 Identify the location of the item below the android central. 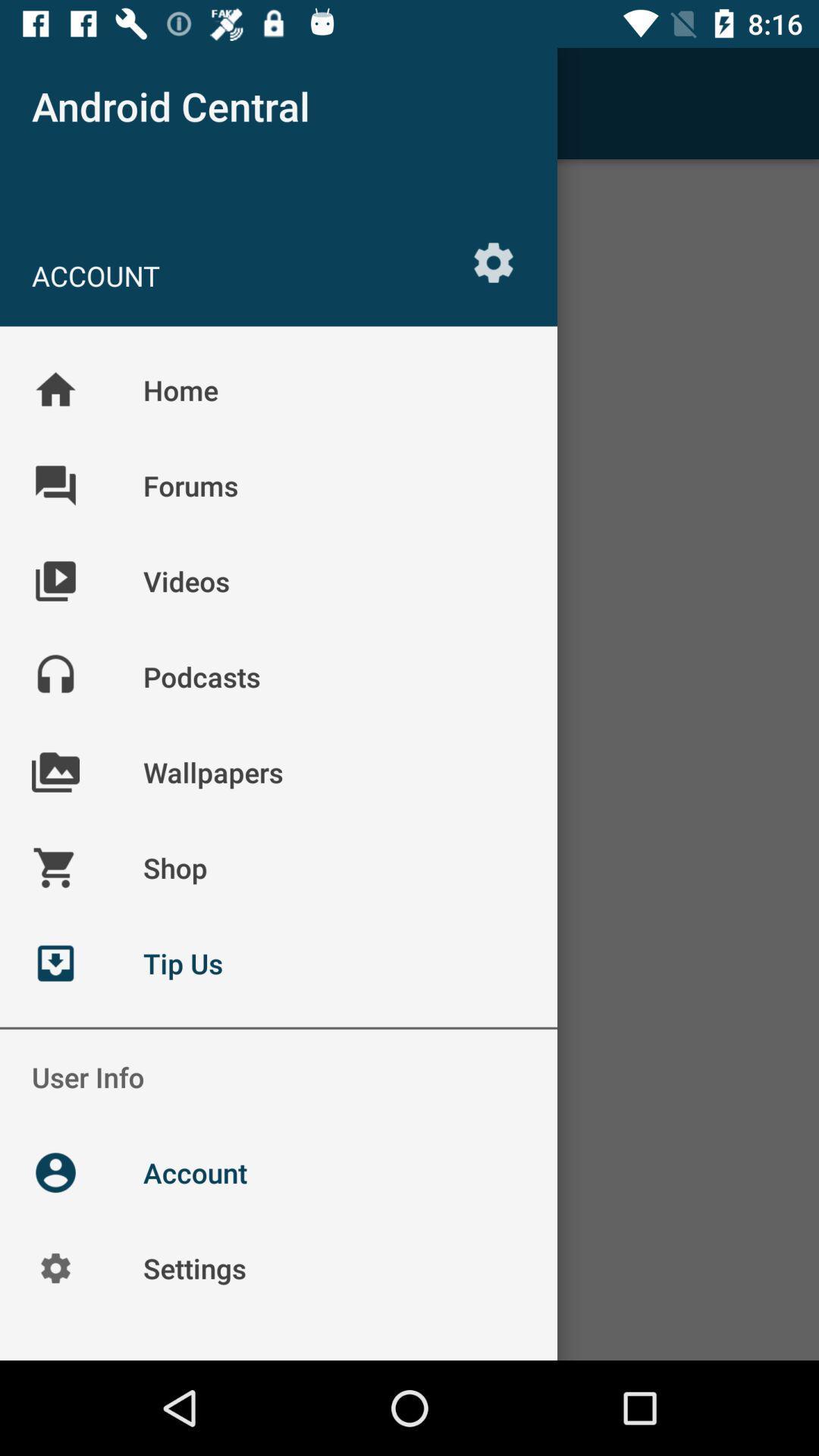
(494, 262).